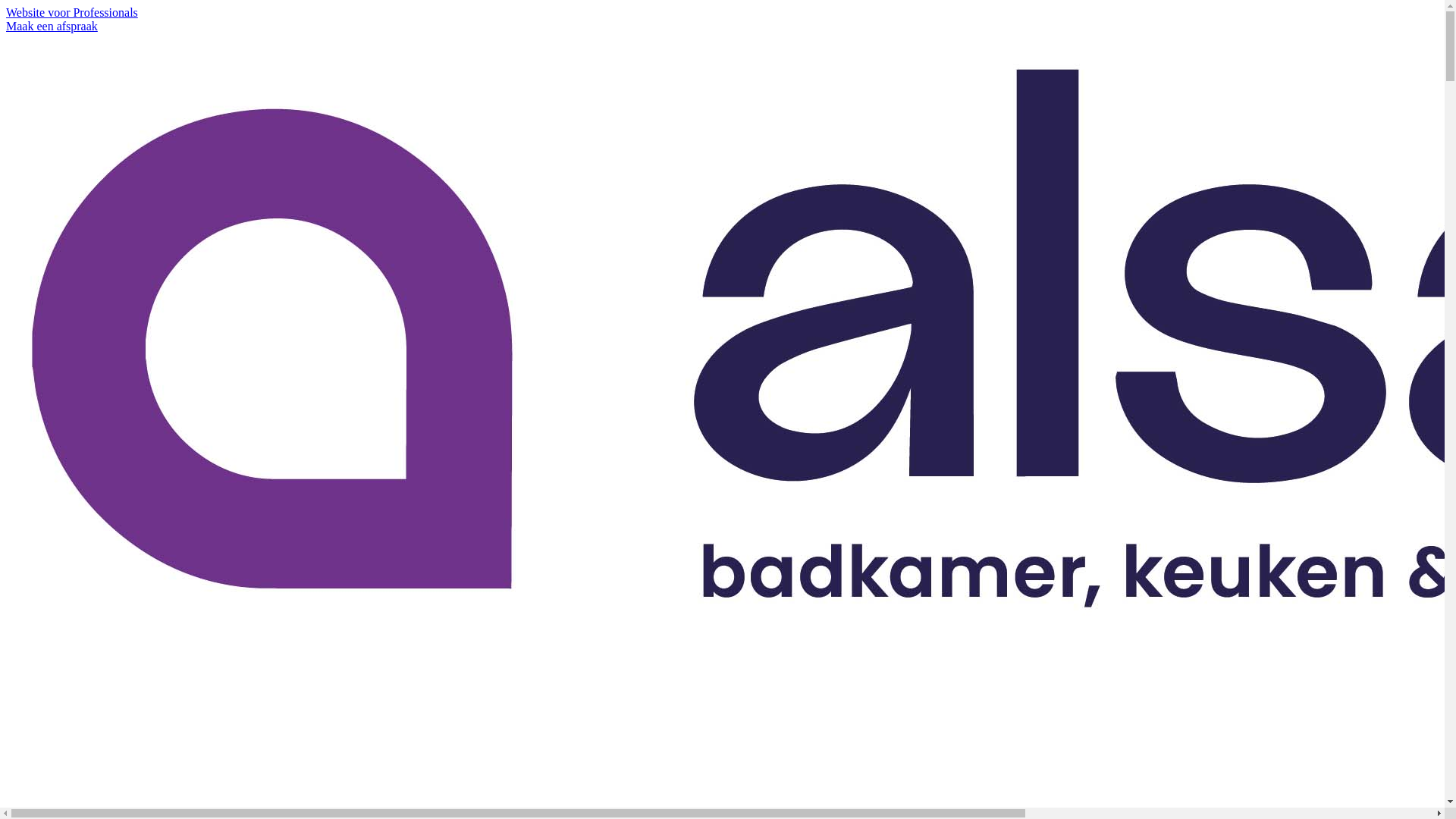 This screenshot has height=819, width=1456. I want to click on 'Maak een afspraak', so click(52, 26).